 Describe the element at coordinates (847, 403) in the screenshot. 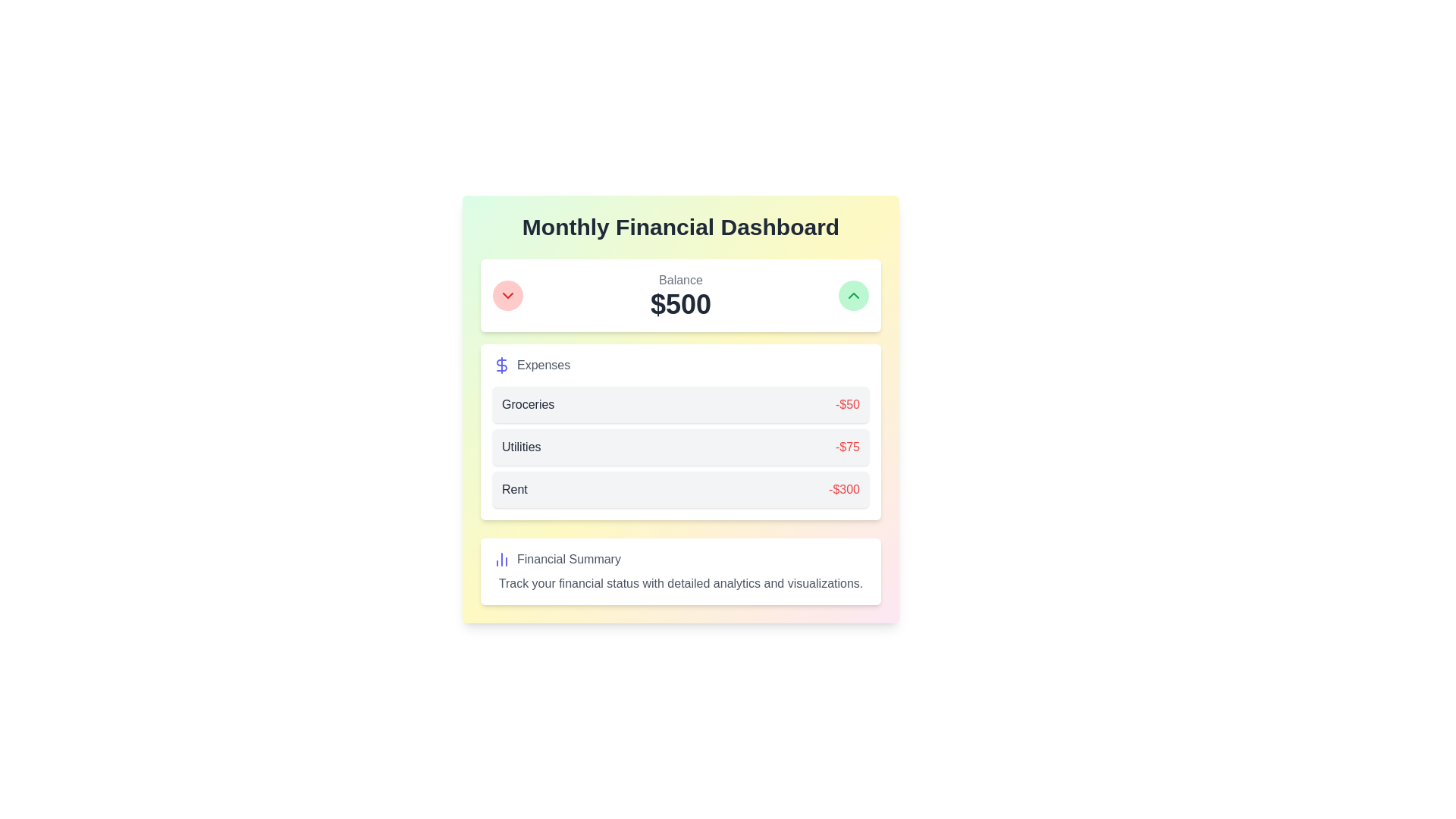

I see `the text label displaying '-$50' in bold red font, which is located on the right side of the 'Groceries' card within the expenses section` at that location.